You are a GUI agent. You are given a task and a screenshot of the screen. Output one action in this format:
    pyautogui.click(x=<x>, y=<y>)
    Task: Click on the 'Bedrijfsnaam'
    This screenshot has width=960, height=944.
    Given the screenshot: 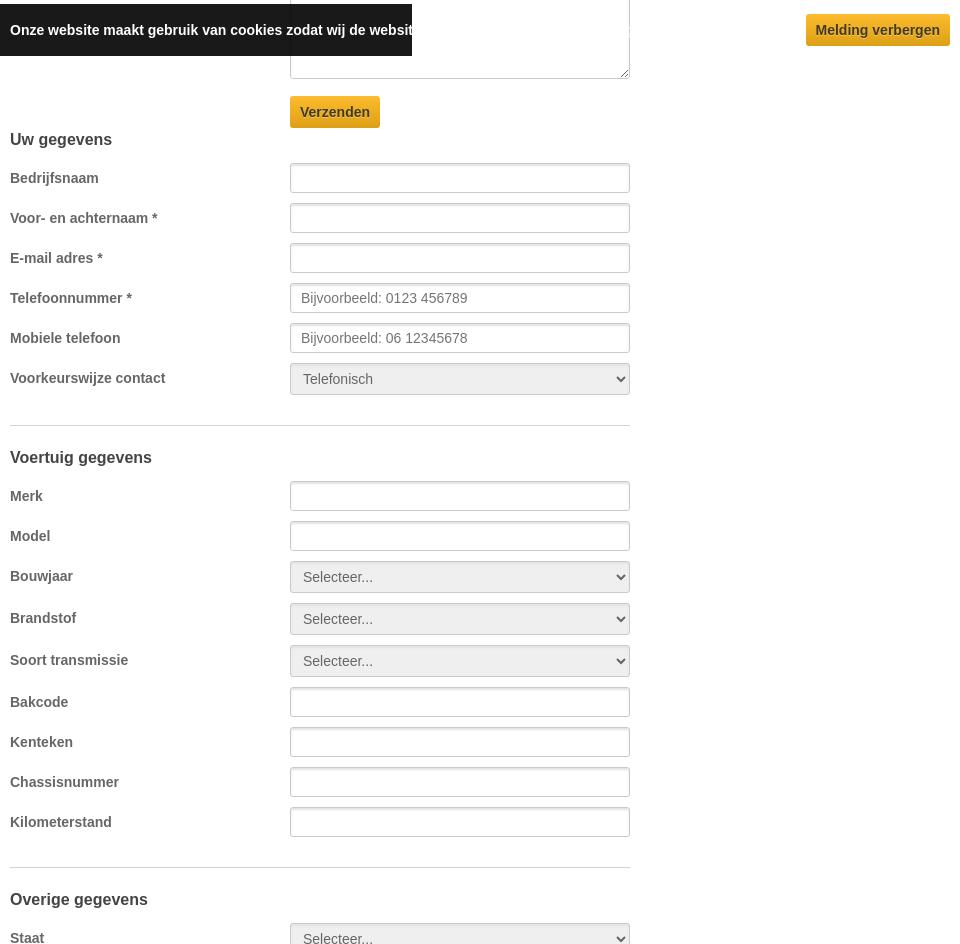 What is the action you would take?
    pyautogui.click(x=53, y=177)
    